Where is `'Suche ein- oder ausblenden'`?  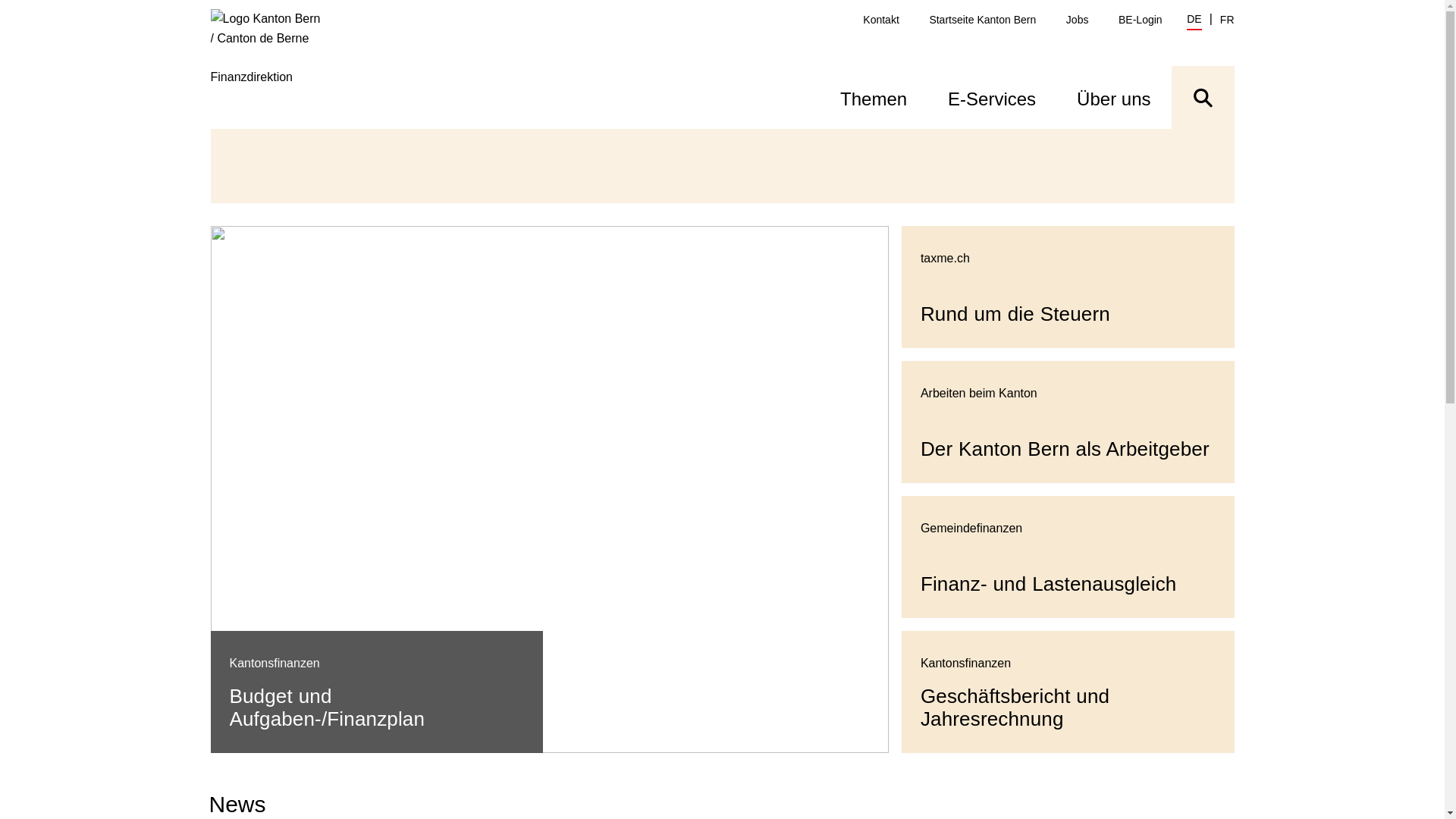 'Suche ein- oder ausblenden' is located at coordinates (1201, 97).